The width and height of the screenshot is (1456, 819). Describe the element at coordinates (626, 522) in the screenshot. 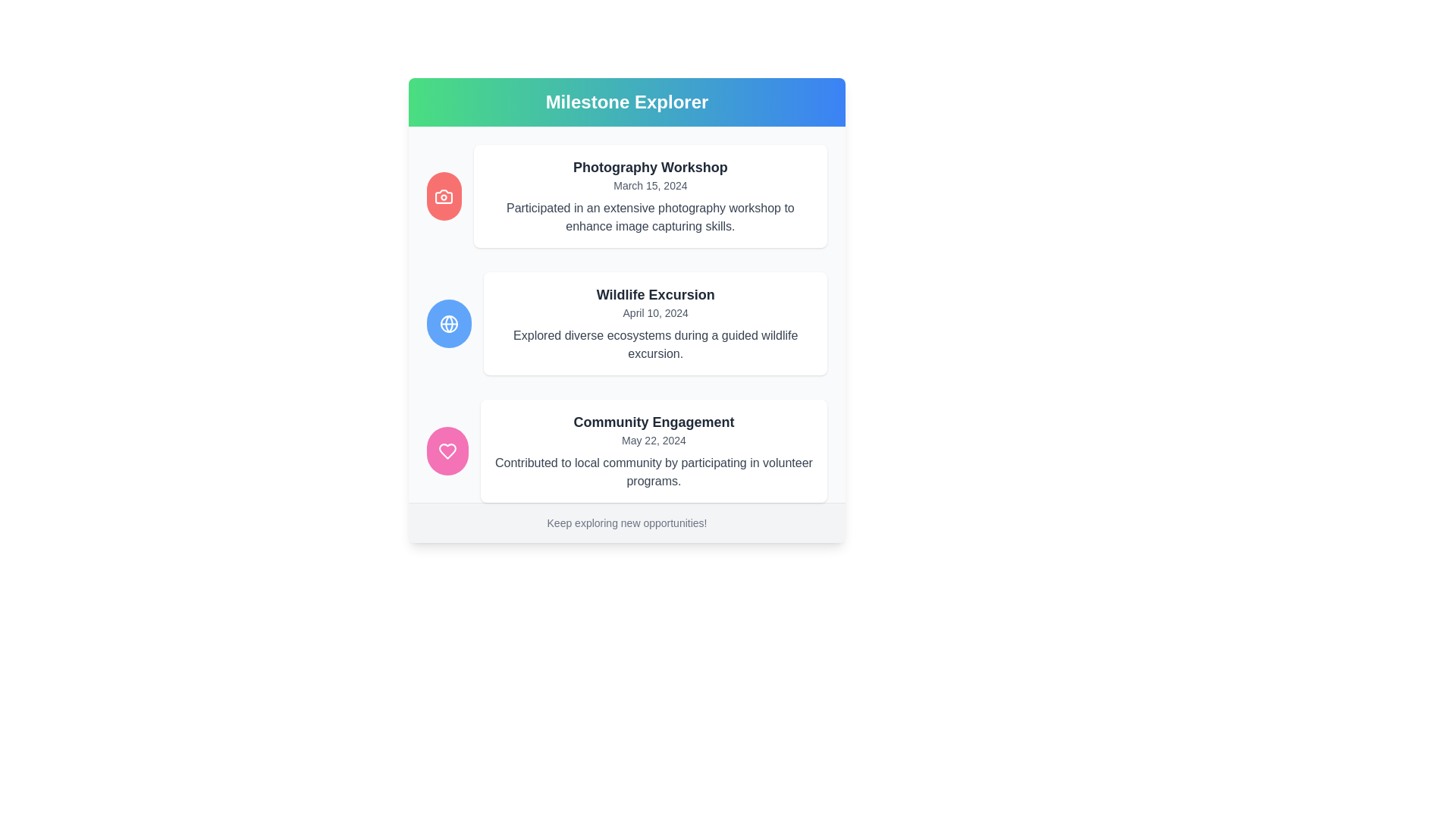

I see `the Text Label that displays a motivational message, located at the bottom of the main information card, just below the listed events` at that location.